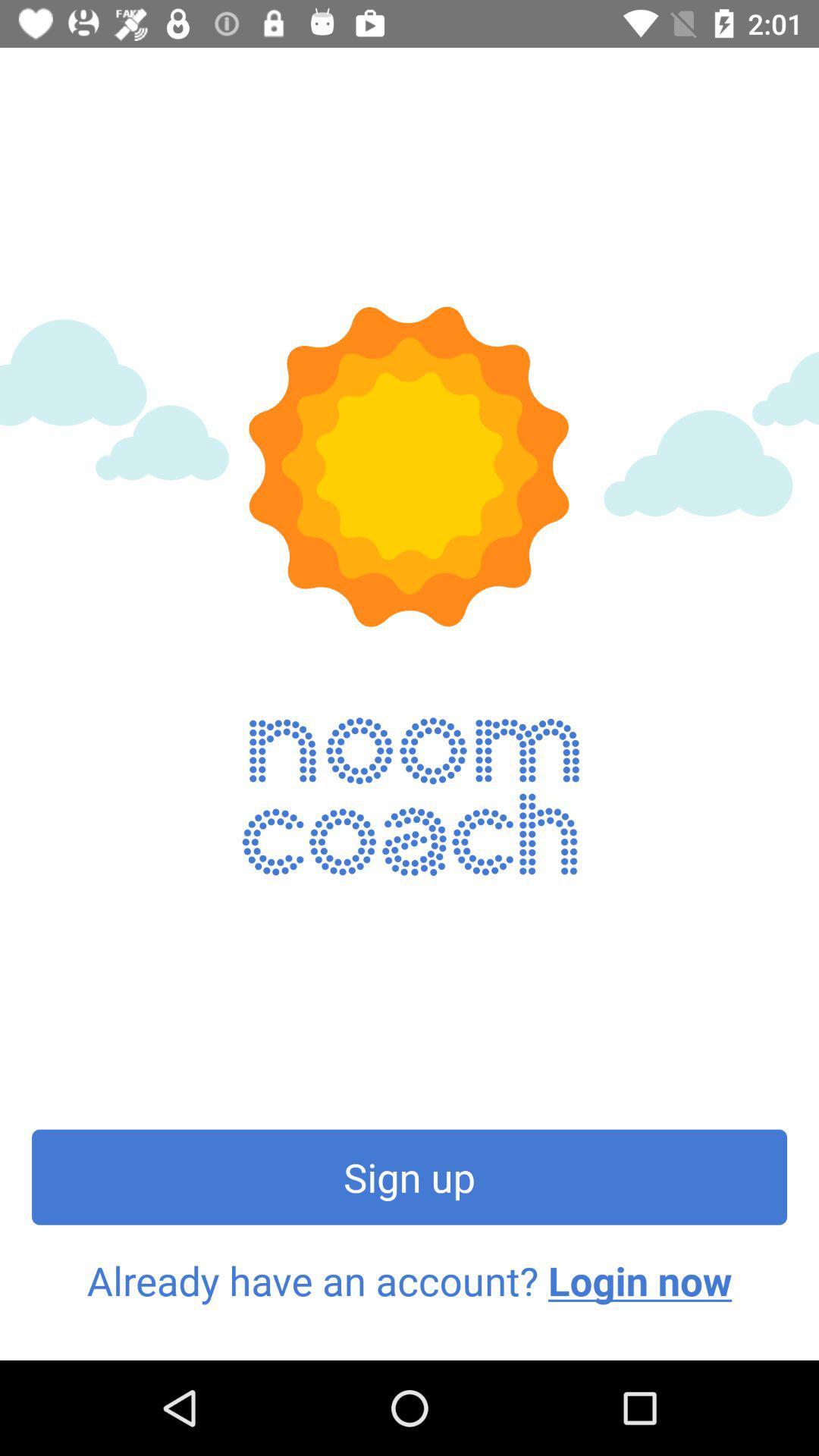 The image size is (819, 1456). What do you see at coordinates (409, 1176) in the screenshot?
I see `item above the already have an item` at bounding box center [409, 1176].